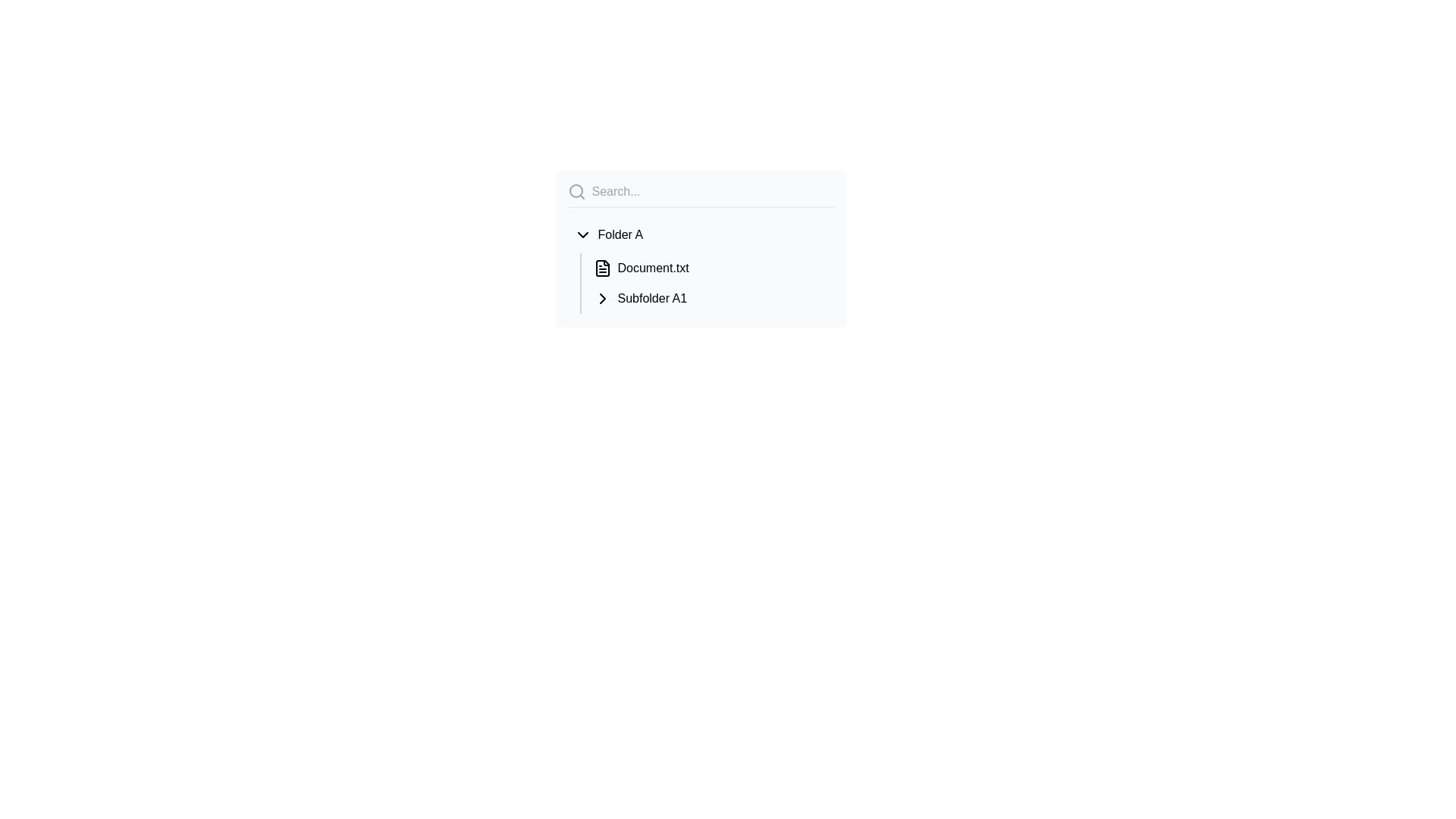  What do you see at coordinates (576, 191) in the screenshot?
I see `the input field adjacent to the magnifying glass icon located at the top-left corner of the main interface's search section` at bounding box center [576, 191].